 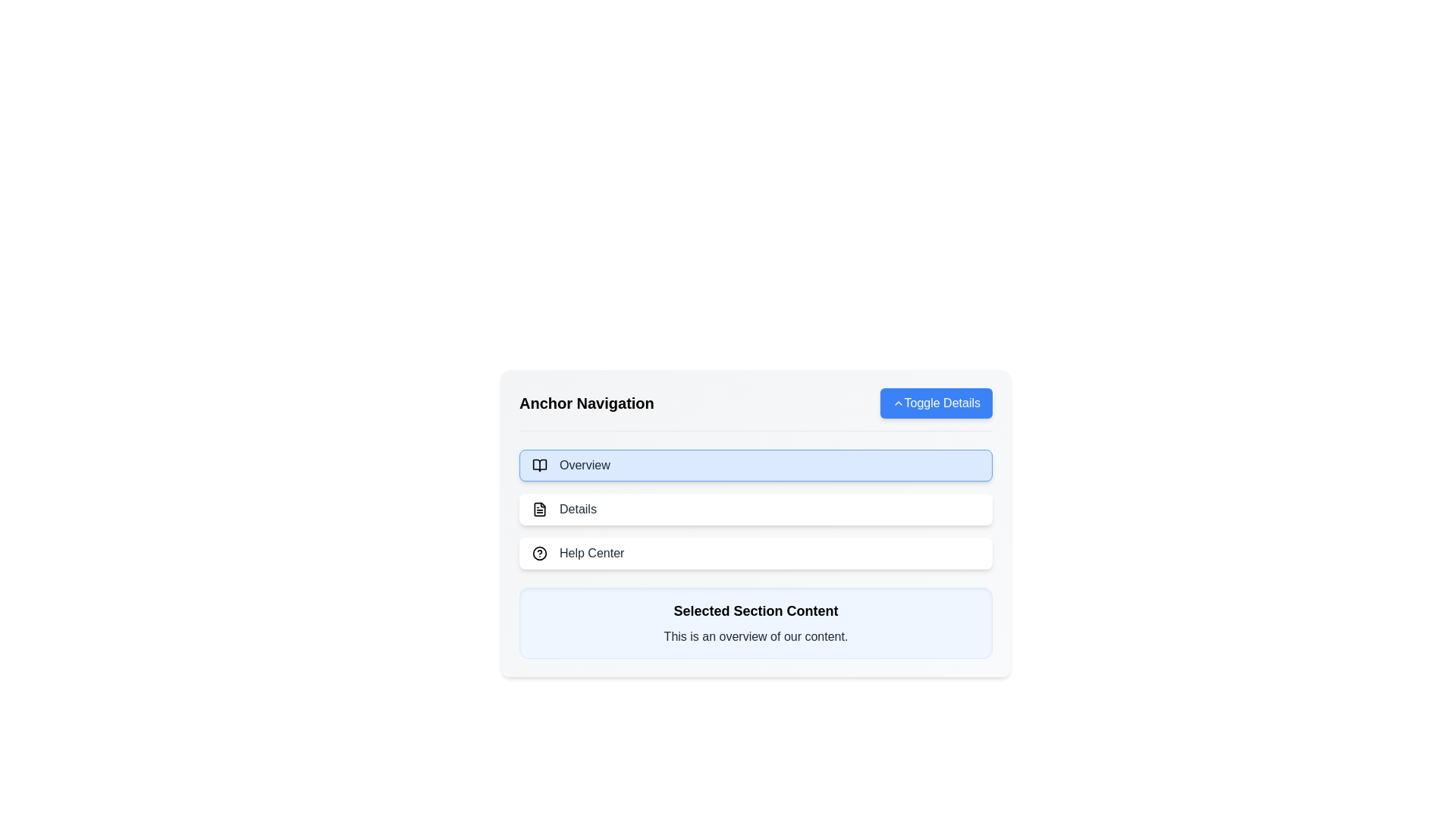 I want to click on the toggle button located in the top-right corner of the 'Anchor Navigation' section, so click(x=935, y=403).